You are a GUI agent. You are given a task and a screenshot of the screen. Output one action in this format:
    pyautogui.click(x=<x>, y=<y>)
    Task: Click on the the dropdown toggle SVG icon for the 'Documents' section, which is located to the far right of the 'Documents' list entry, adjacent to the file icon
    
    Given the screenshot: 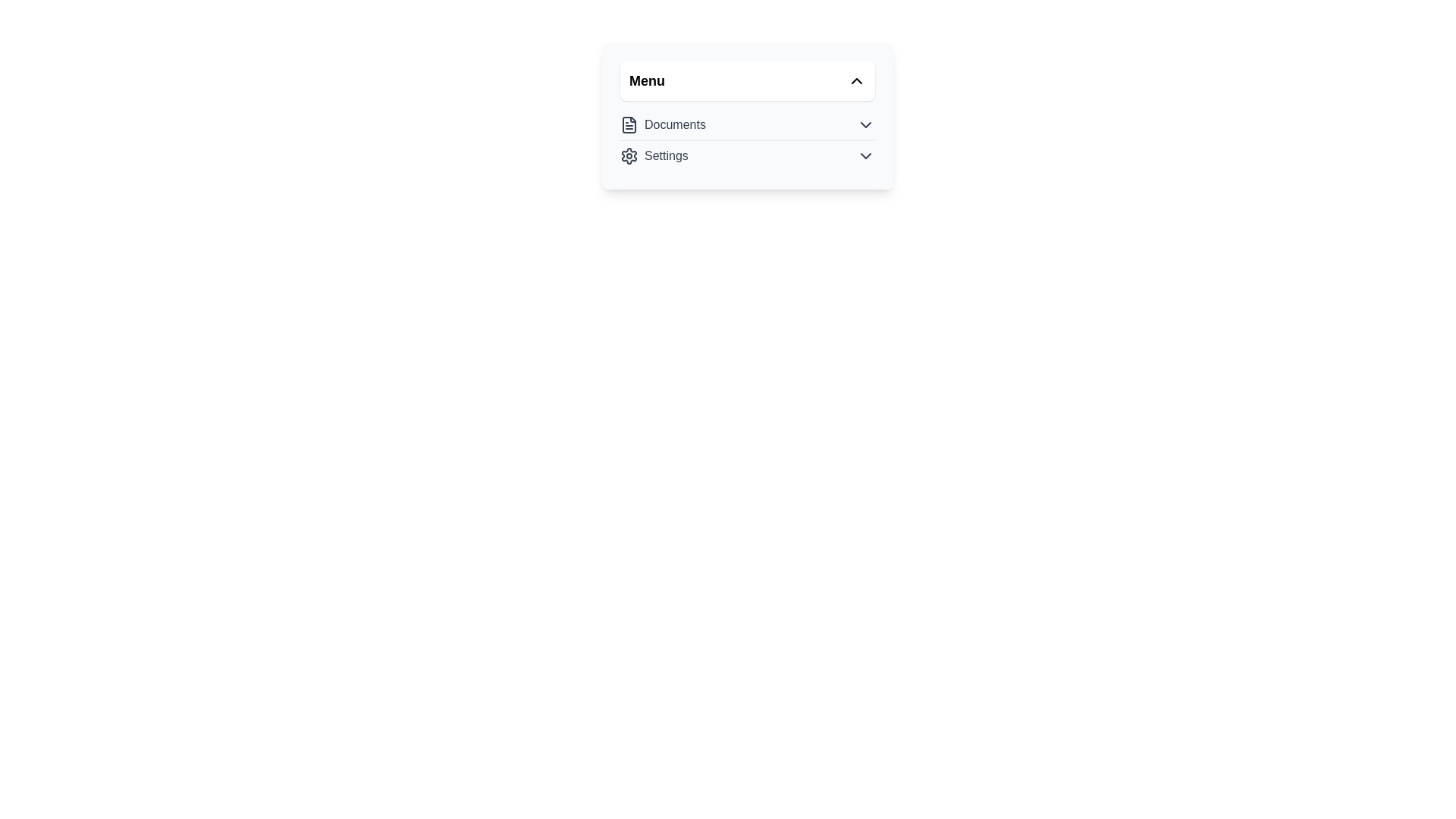 What is the action you would take?
    pyautogui.click(x=866, y=124)
    